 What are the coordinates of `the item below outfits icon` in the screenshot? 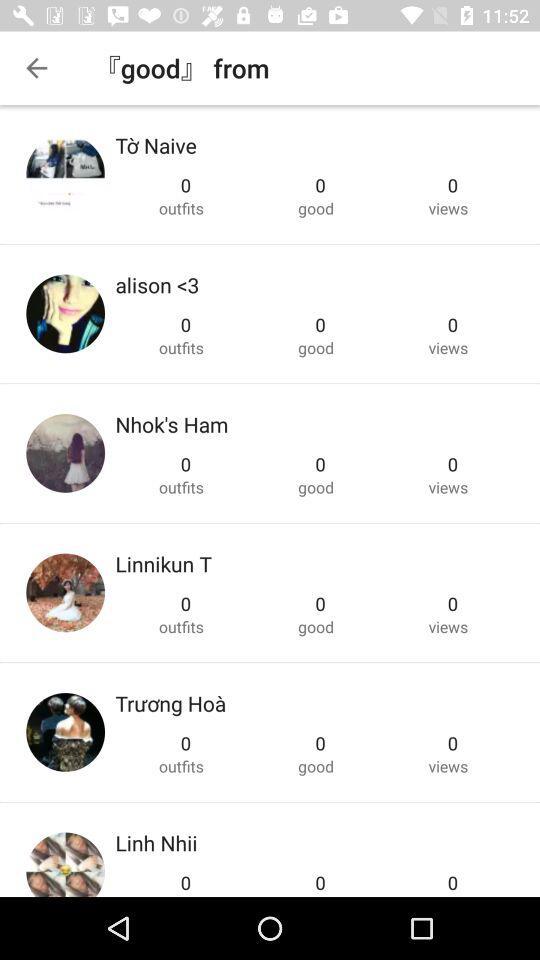 It's located at (170, 703).